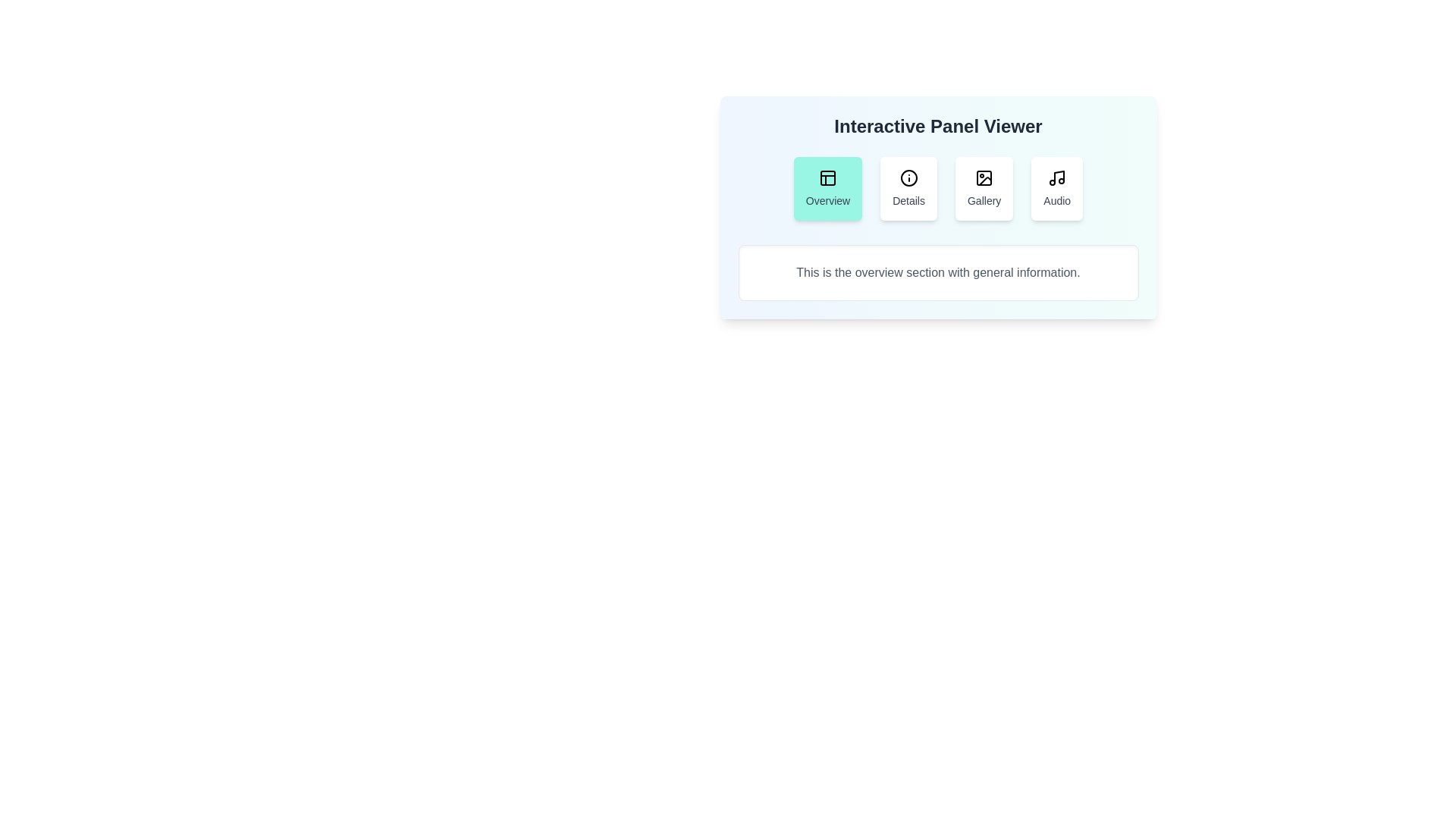 The width and height of the screenshot is (1456, 819). I want to click on the 'Gallery' navigation button, which is the third item in the horizontal navigation bar located between the 'Details' and 'Audio' buttons, so click(984, 188).